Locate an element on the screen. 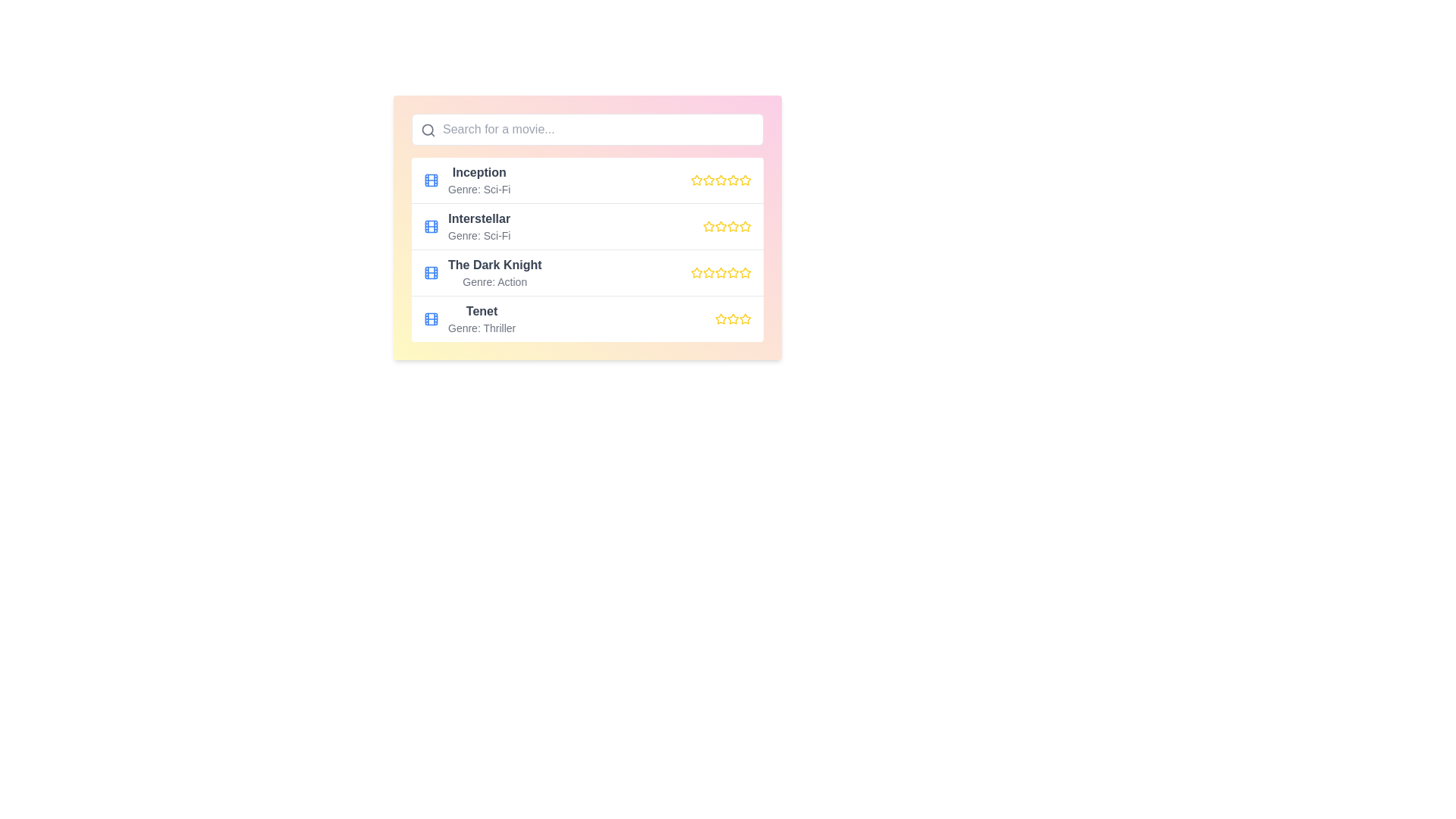 Image resolution: width=1456 pixels, height=819 pixels. the text display with an icon that shows information about the movie 'The Dark Knight' is located at coordinates (482, 271).